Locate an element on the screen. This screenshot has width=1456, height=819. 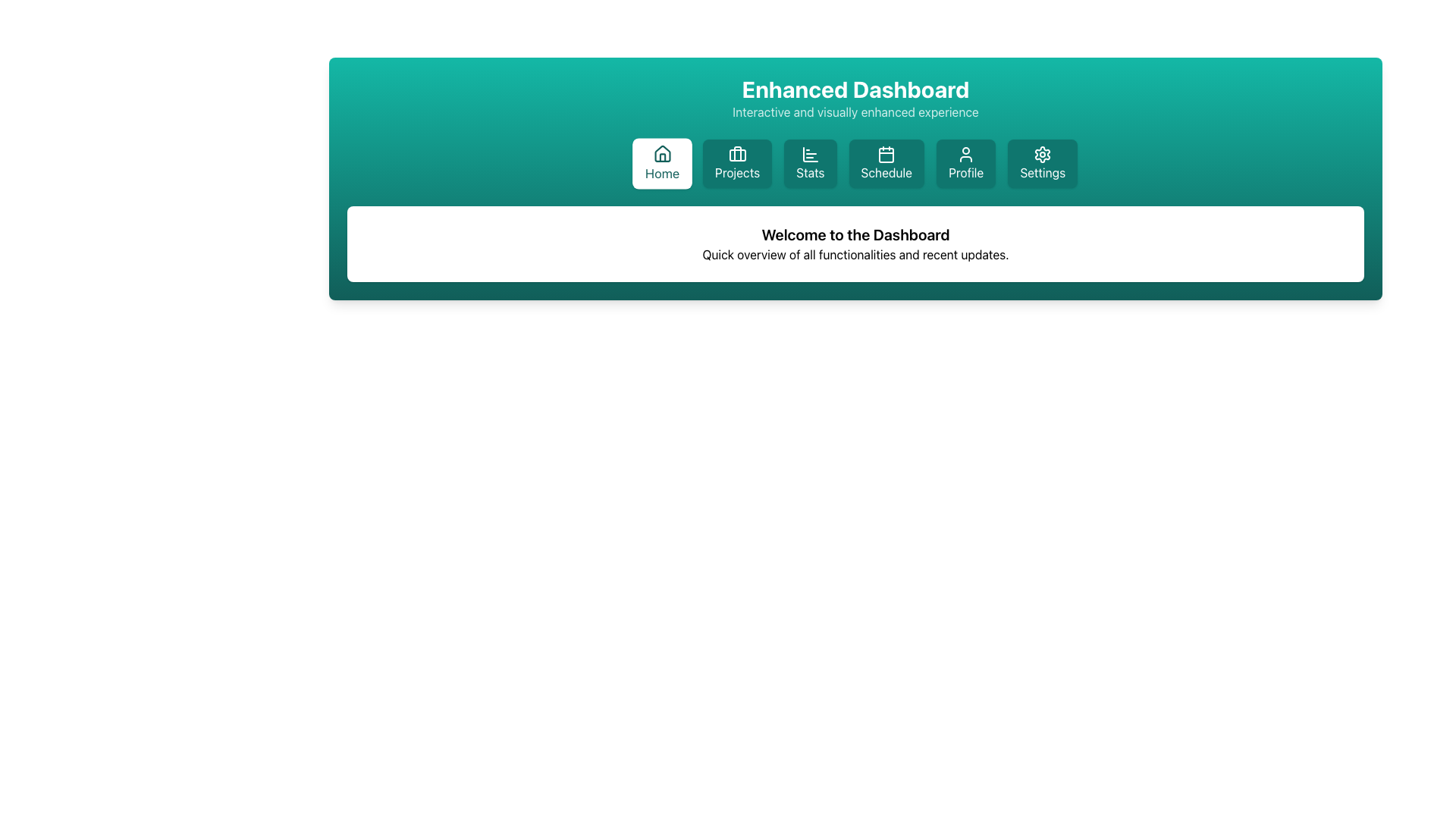
the 'Settings' text label, which is styled in white text on a dark teal background and located at the far right of the navigation bar, just to the right of the 'Profile' button is located at coordinates (1042, 171).